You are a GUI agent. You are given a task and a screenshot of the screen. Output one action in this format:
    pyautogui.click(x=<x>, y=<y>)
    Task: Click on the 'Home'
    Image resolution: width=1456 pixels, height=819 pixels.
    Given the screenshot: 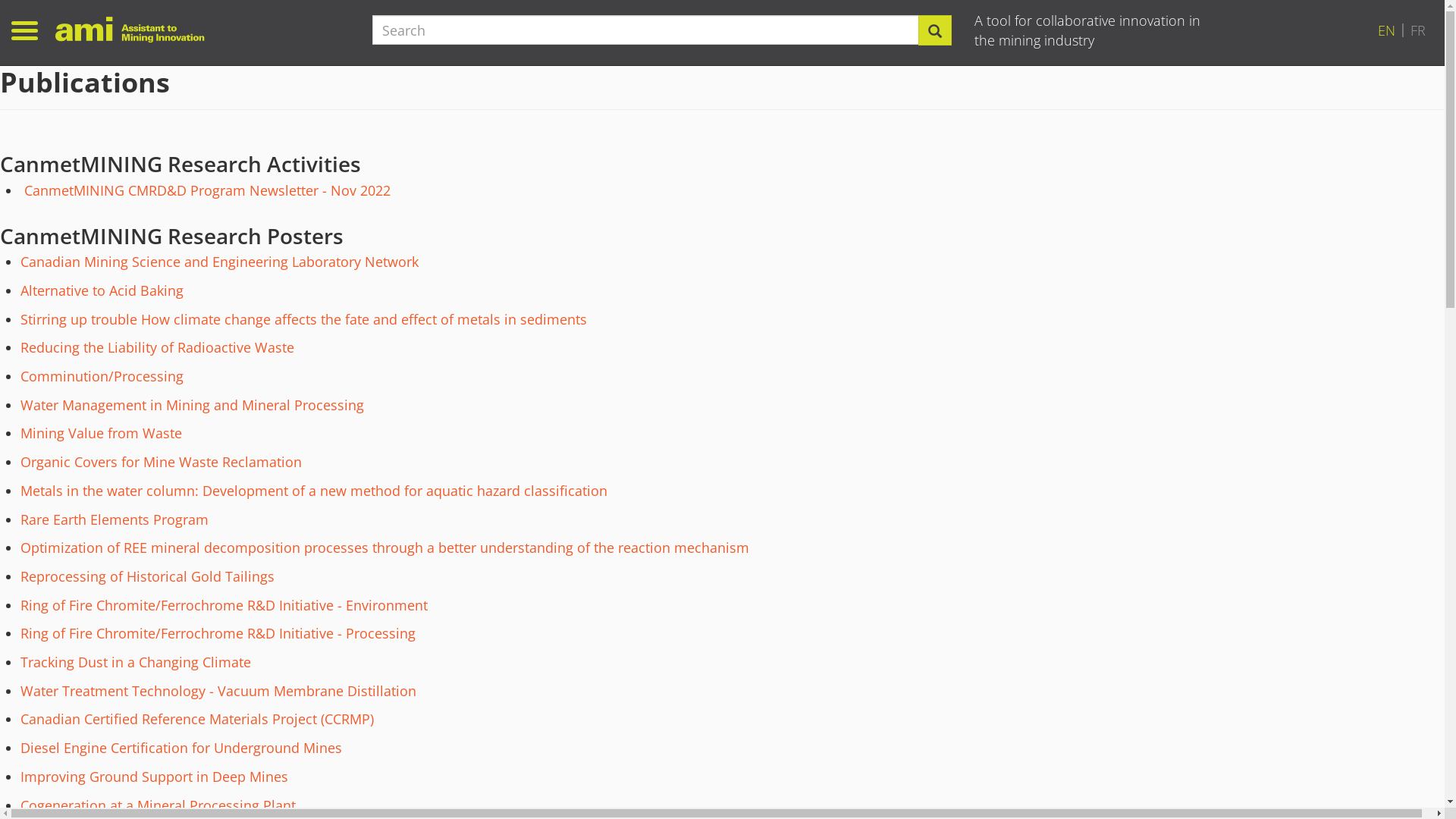 What is the action you would take?
    pyautogui.click(x=54, y=29)
    